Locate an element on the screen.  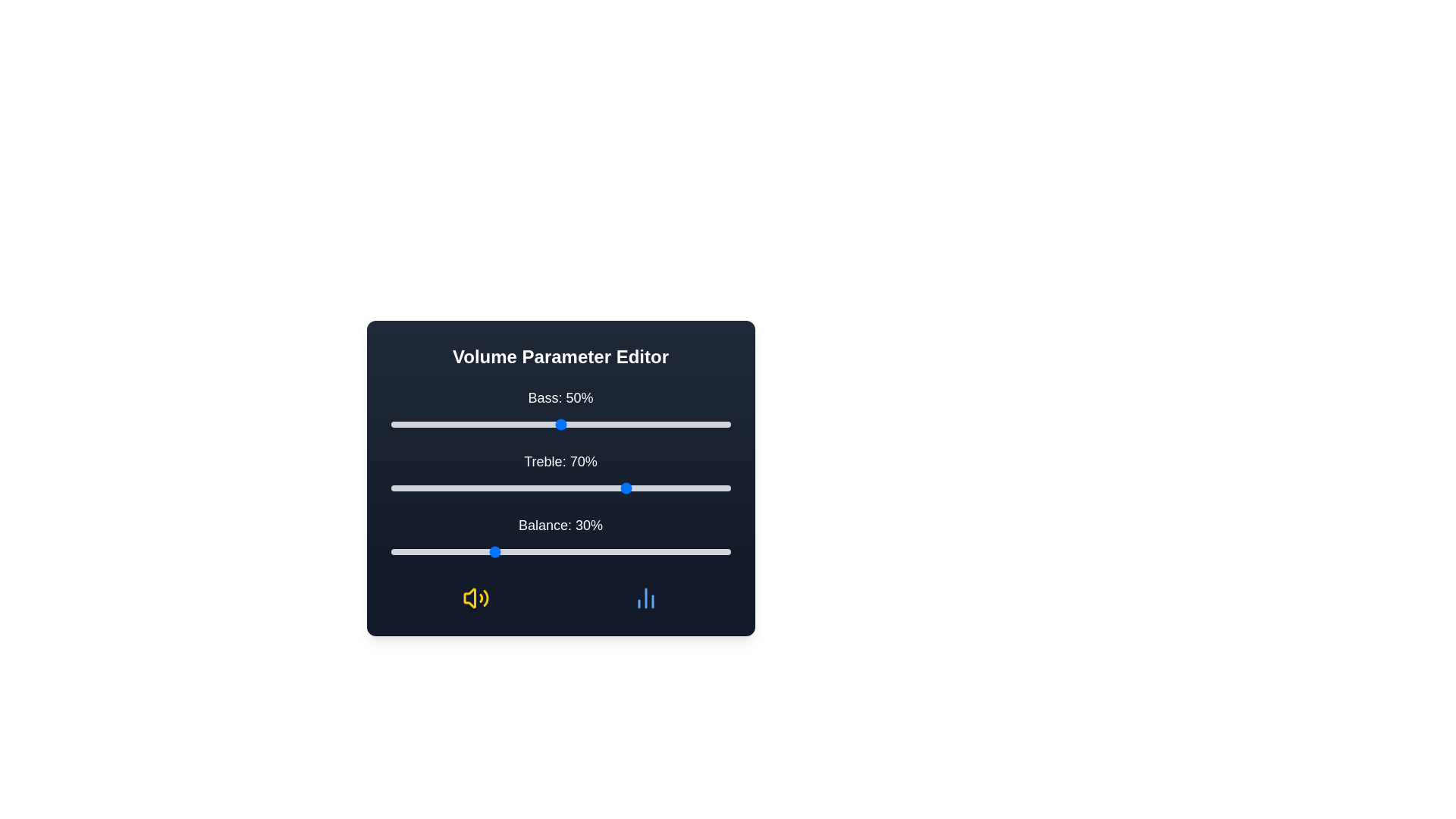
the 0 slider to a value of 63% is located at coordinates (604, 424).